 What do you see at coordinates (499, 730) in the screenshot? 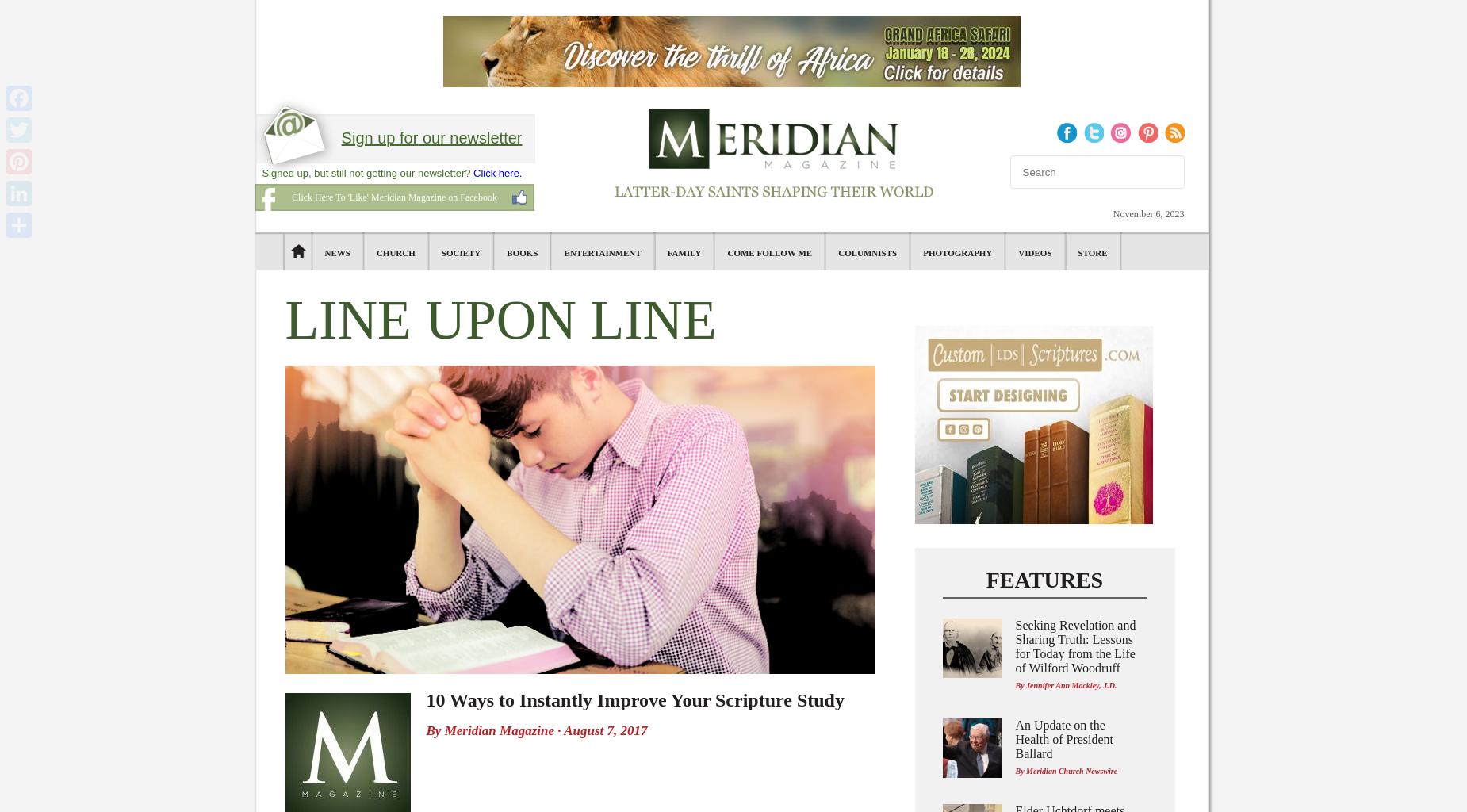
I see `'Meridian Magazine'` at bounding box center [499, 730].